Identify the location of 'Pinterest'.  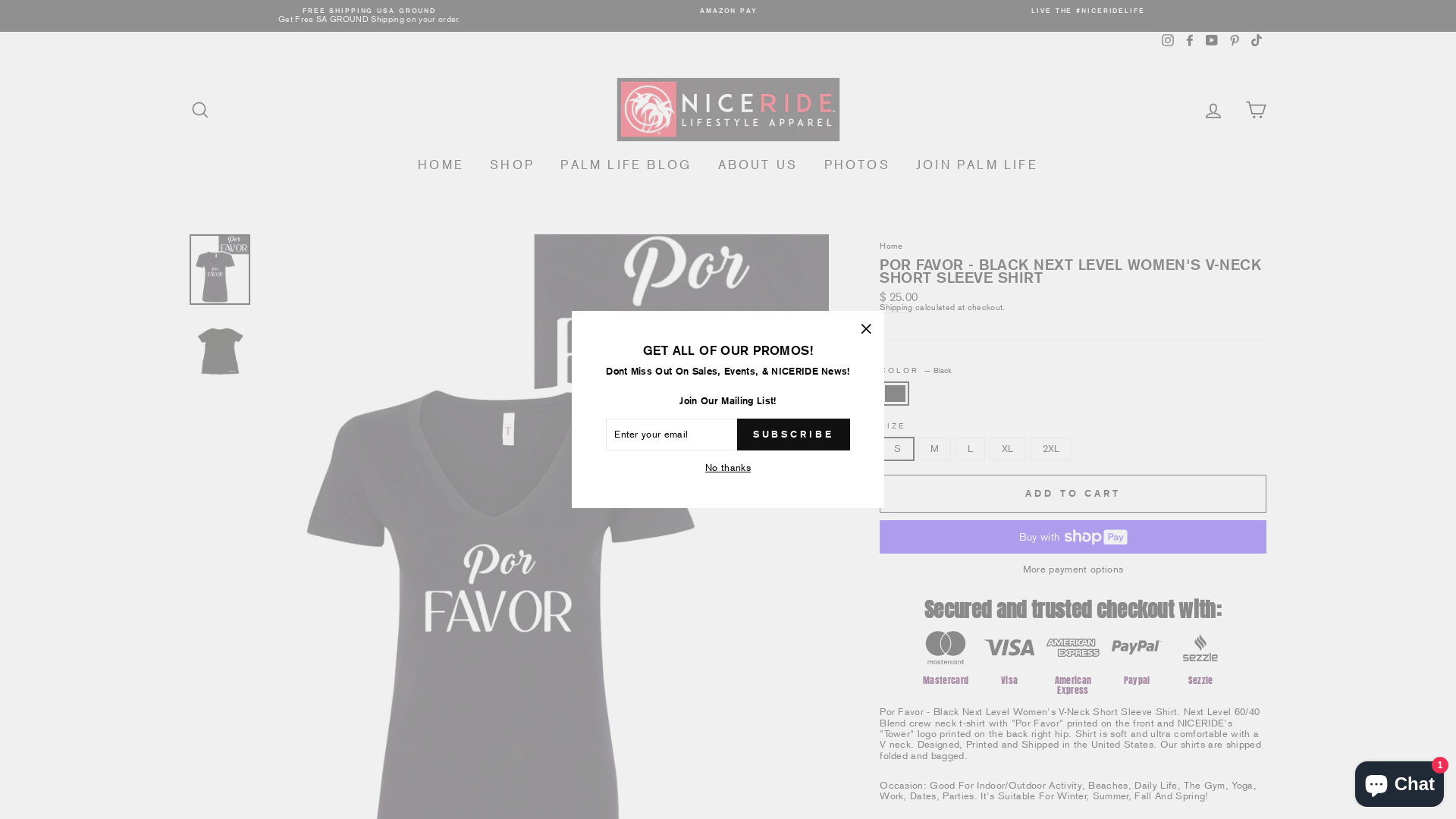
(1234, 40).